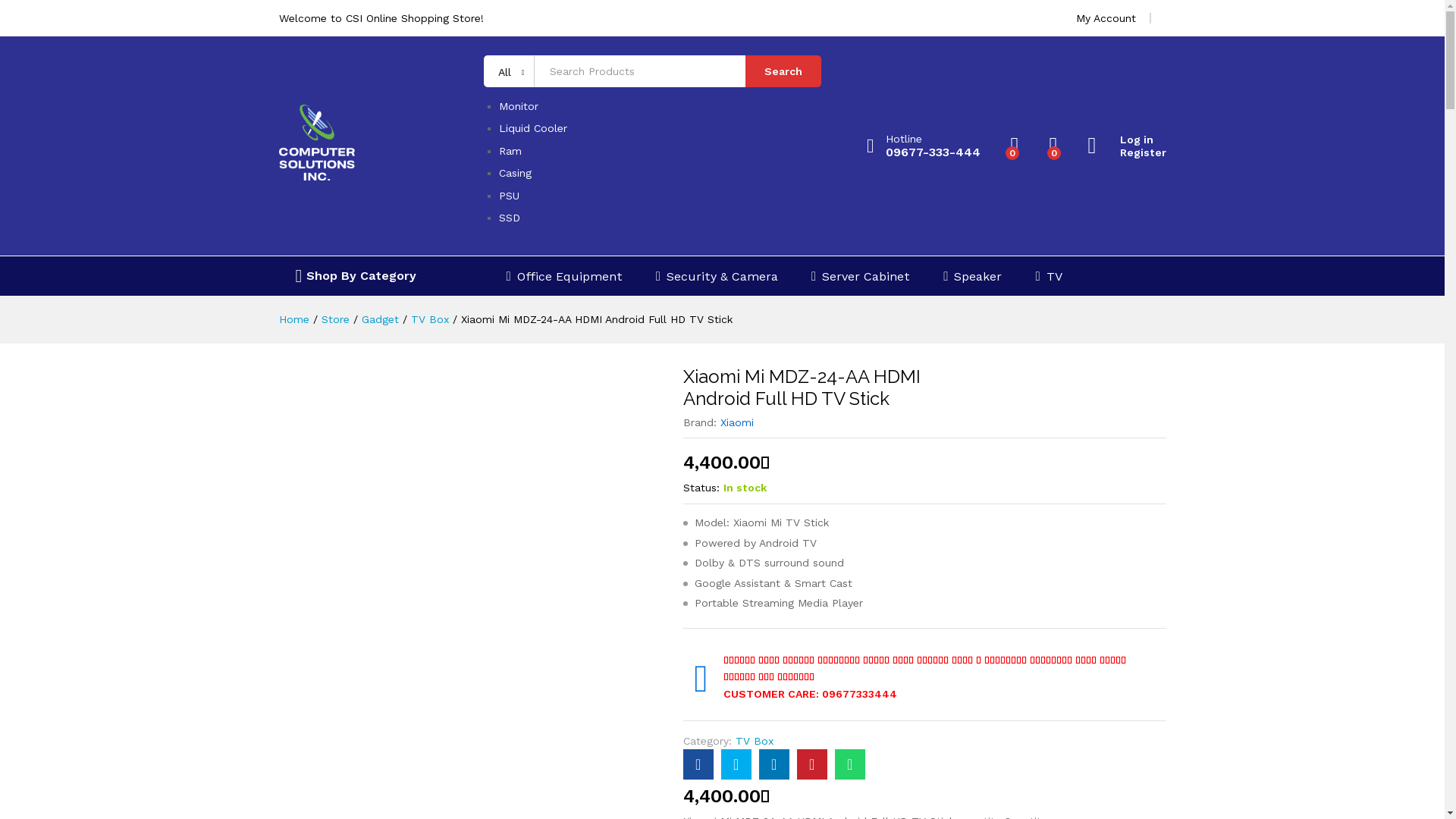 The image size is (1456, 819). Describe the element at coordinates (1126, 140) in the screenshot. I see `'Log in'` at that location.